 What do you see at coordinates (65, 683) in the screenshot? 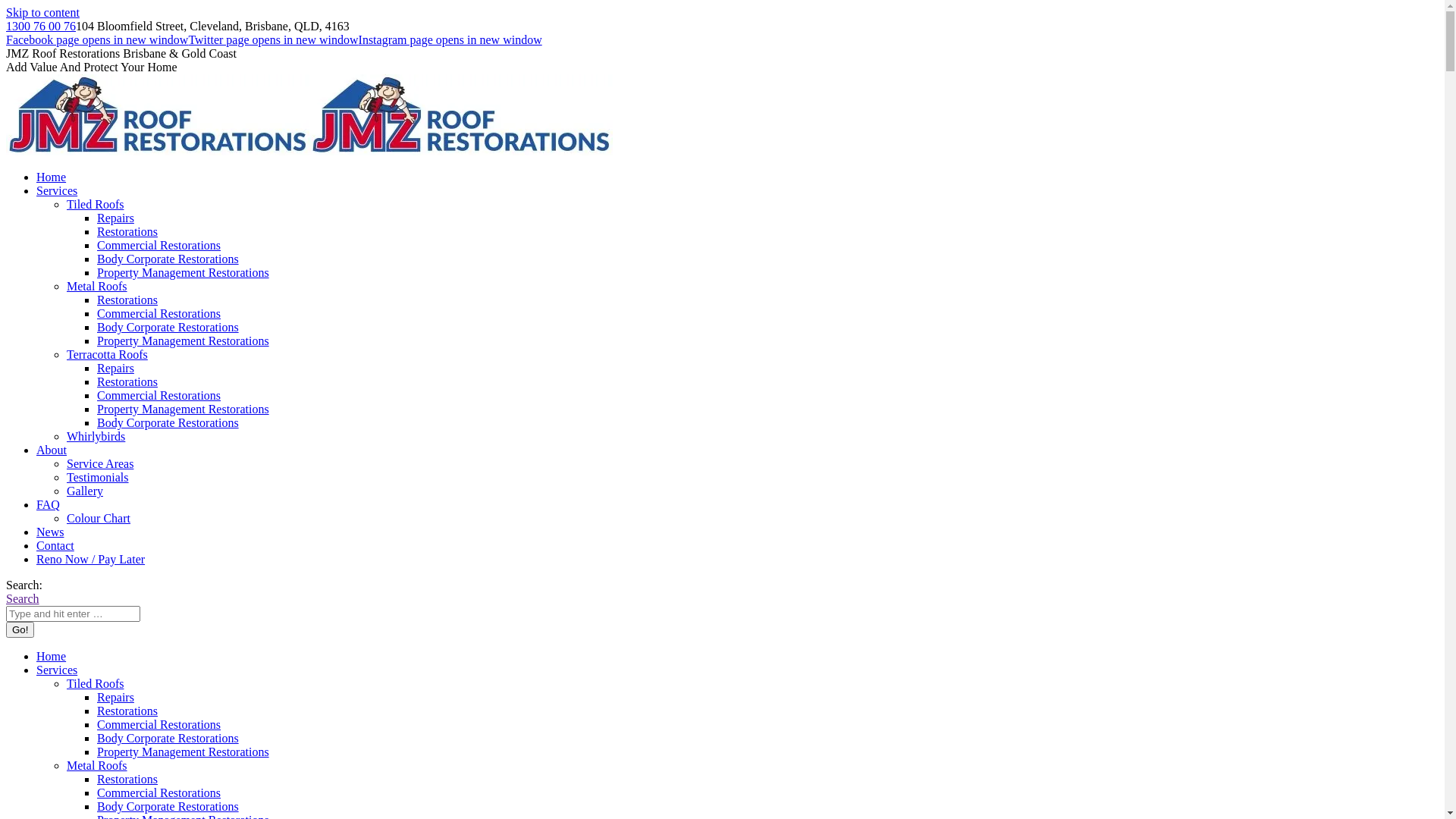
I see `'Tiled Roofs'` at bounding box center [65, 683].